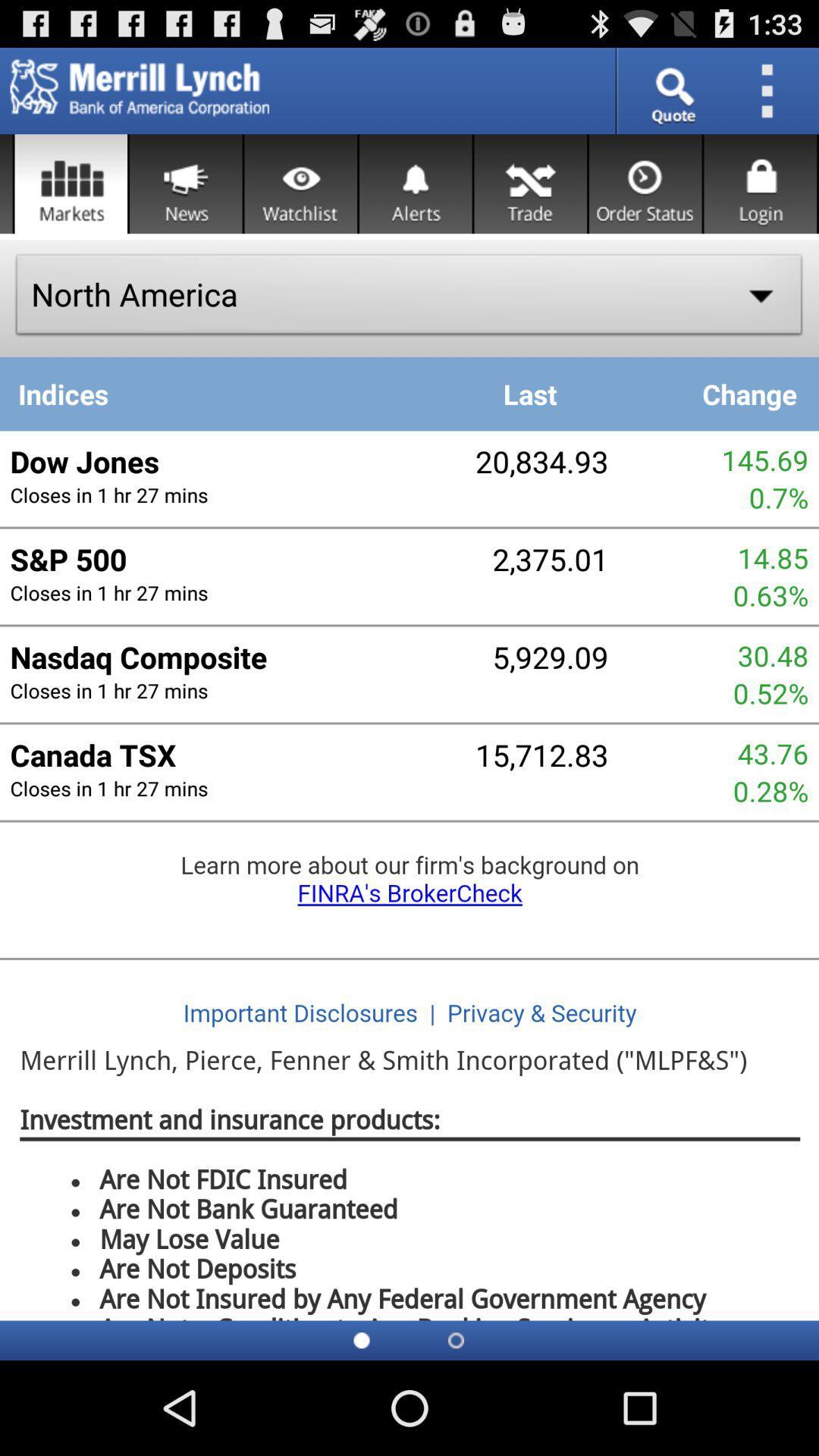 The width and height of the screenshot is (819, 1456). I want to click on search bar, so click(670, 90).